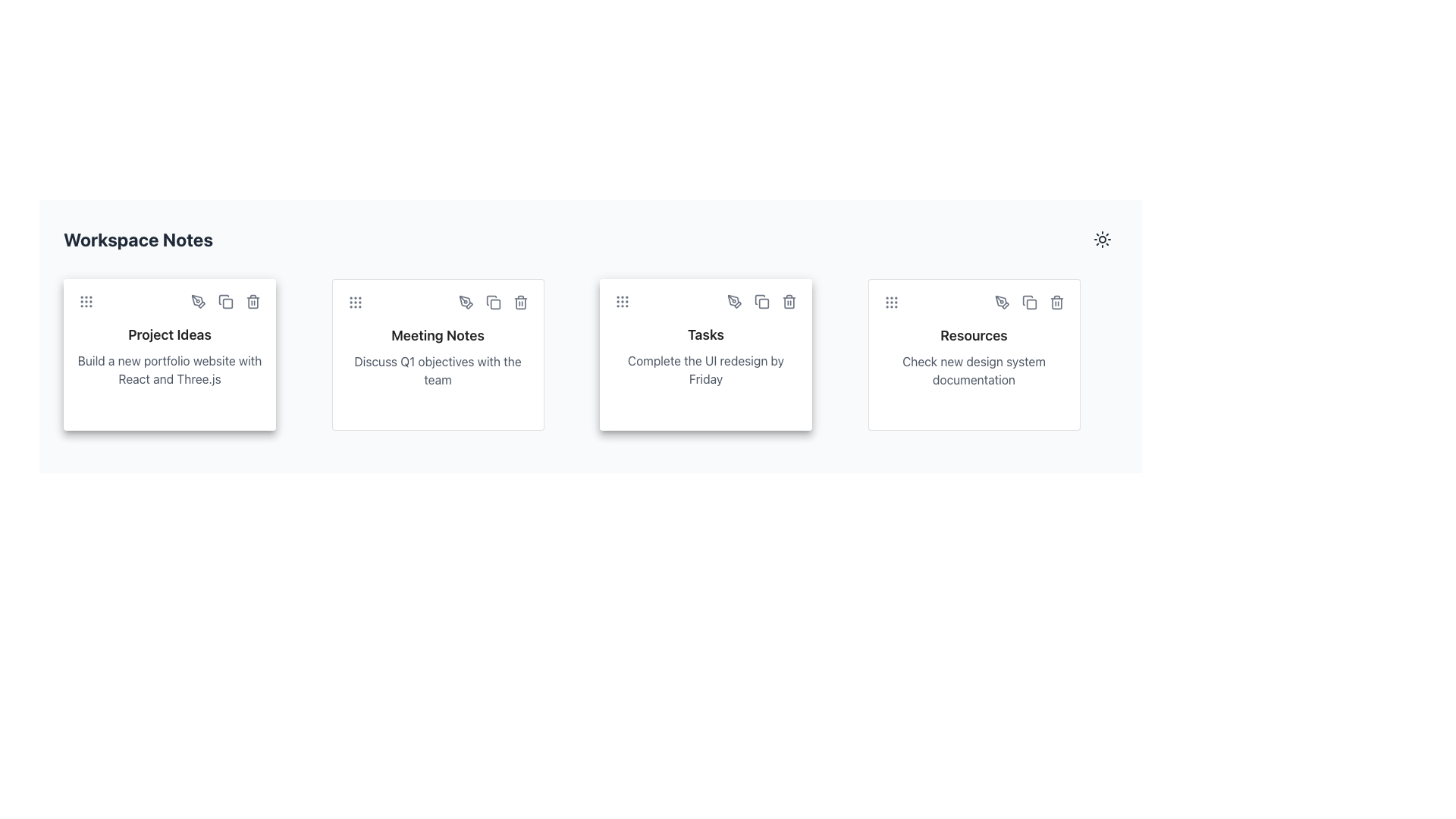  I want to click on the 'Project Ideas' informational card, so click(170, 354).